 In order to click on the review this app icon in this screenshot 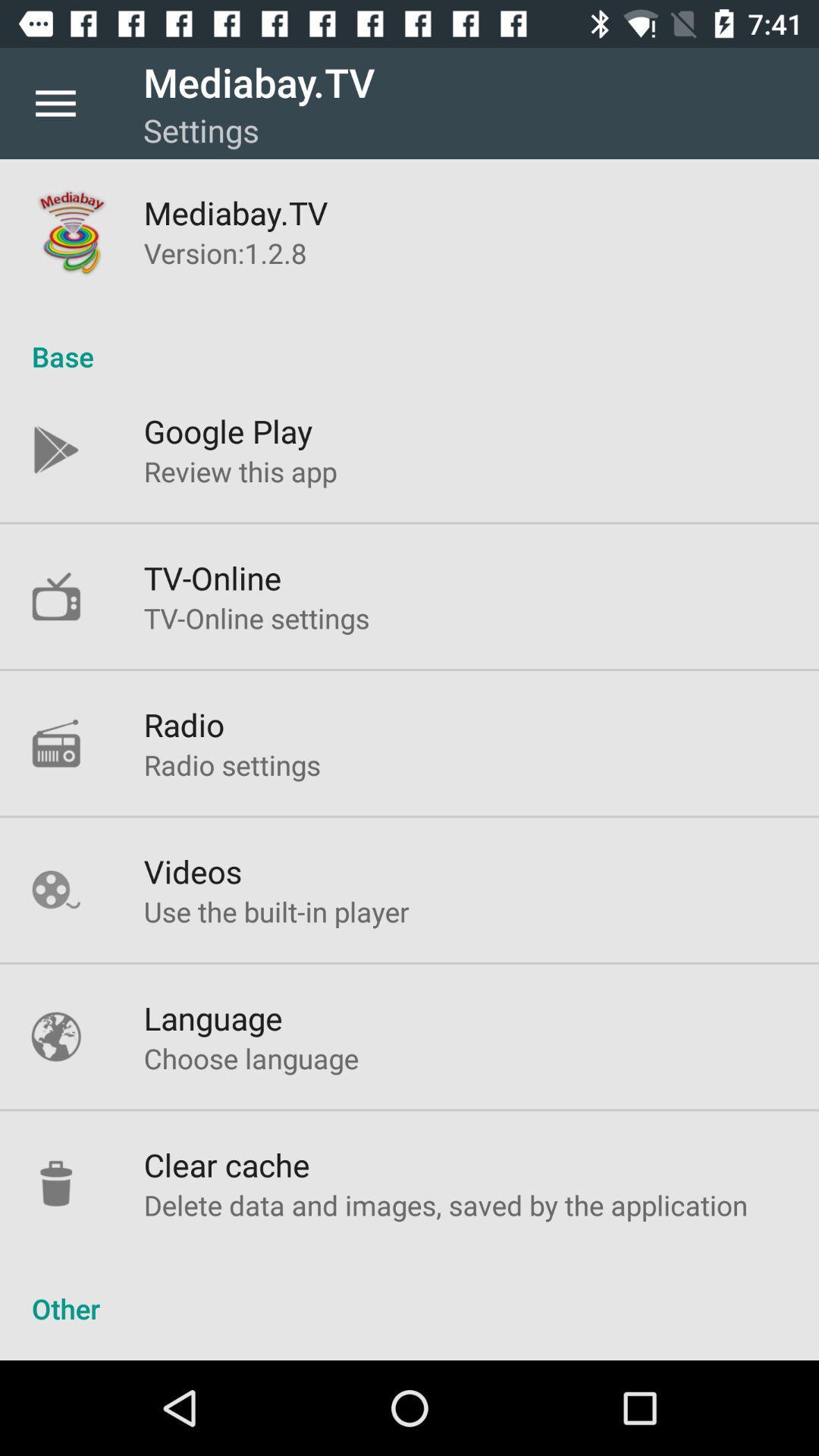, I will do `click(240, 470)`.